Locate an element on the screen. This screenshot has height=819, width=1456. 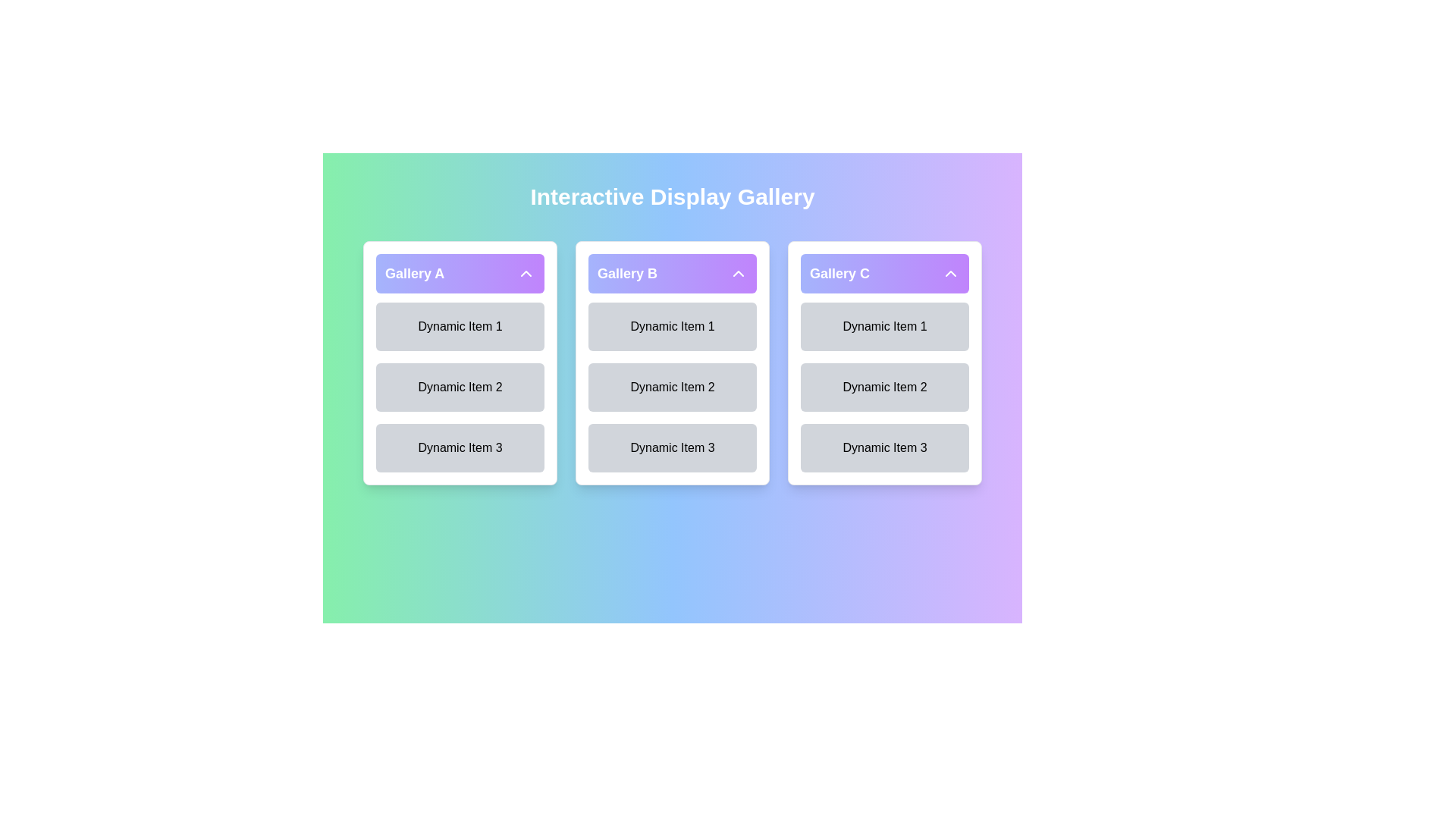
the static display item located in the Gallery C section, which is the second item in a vertical list of three, positioned between 'Dynamic Item 1' and 'Dynamic Item 3' is located at coordinates (884, 386).